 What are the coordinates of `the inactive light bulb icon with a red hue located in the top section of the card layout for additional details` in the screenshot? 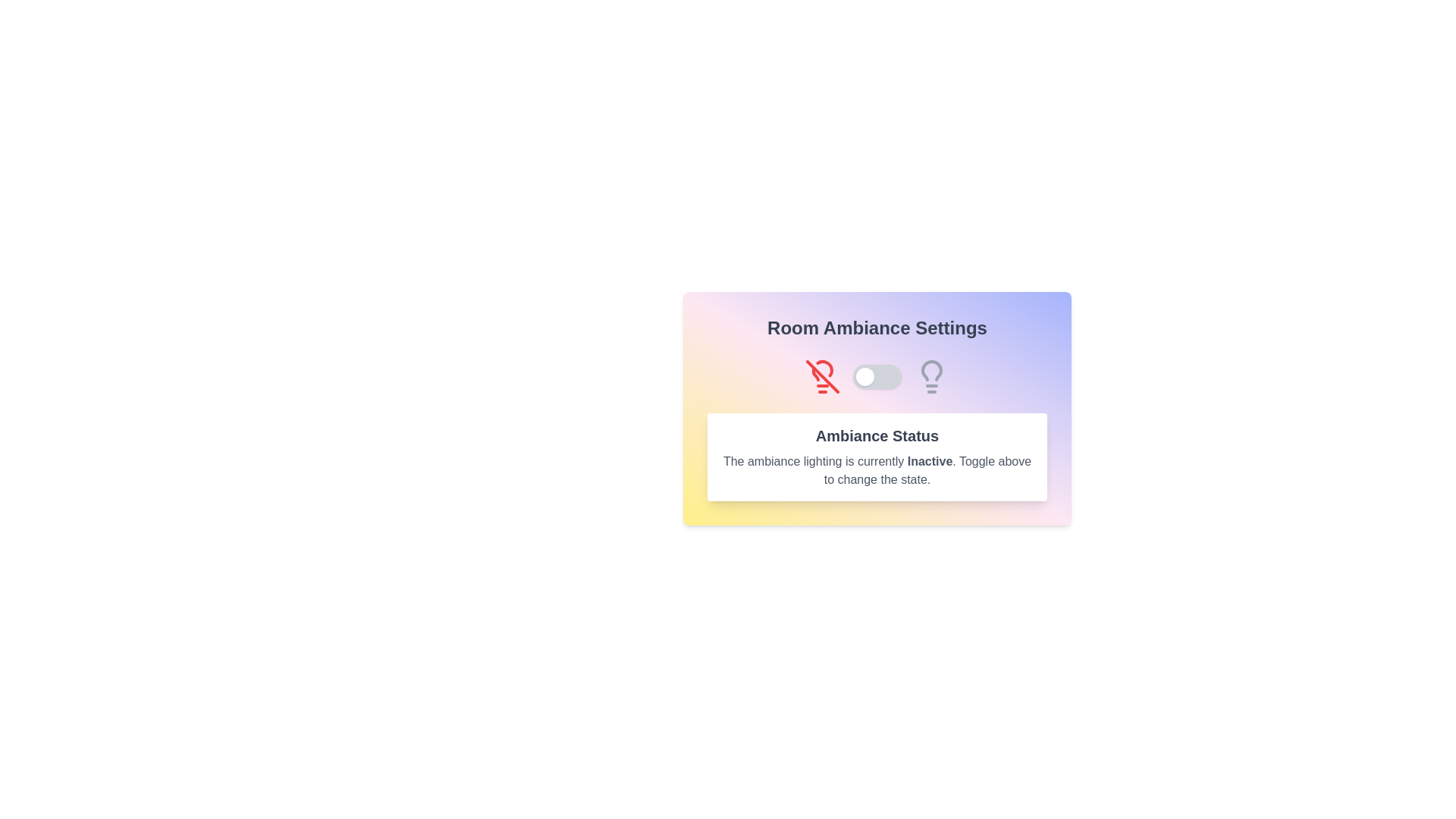 It's located at (821, 376).